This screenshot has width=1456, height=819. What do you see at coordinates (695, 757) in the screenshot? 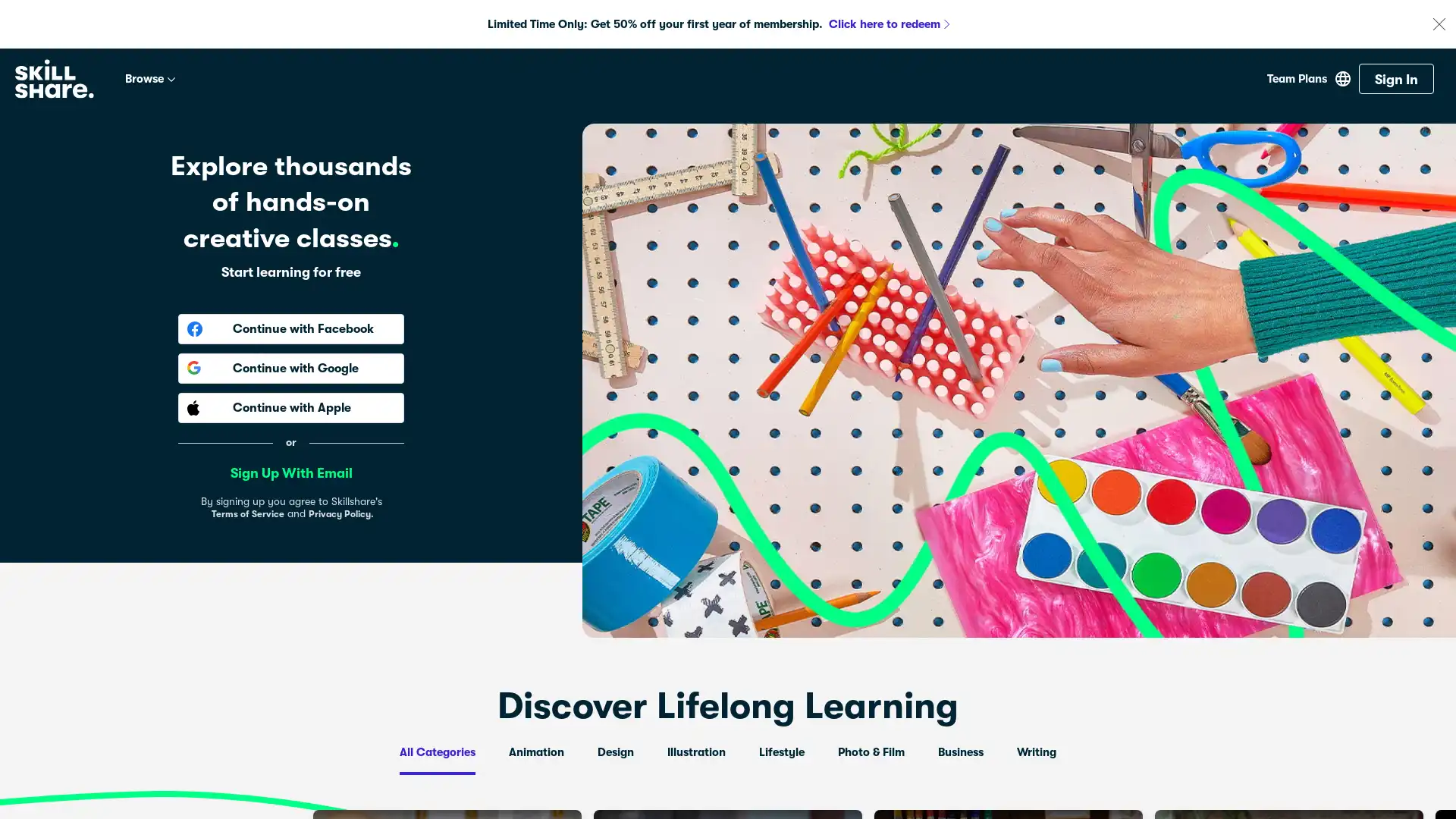
I see `Illustration` at bounding box center [695, 757].